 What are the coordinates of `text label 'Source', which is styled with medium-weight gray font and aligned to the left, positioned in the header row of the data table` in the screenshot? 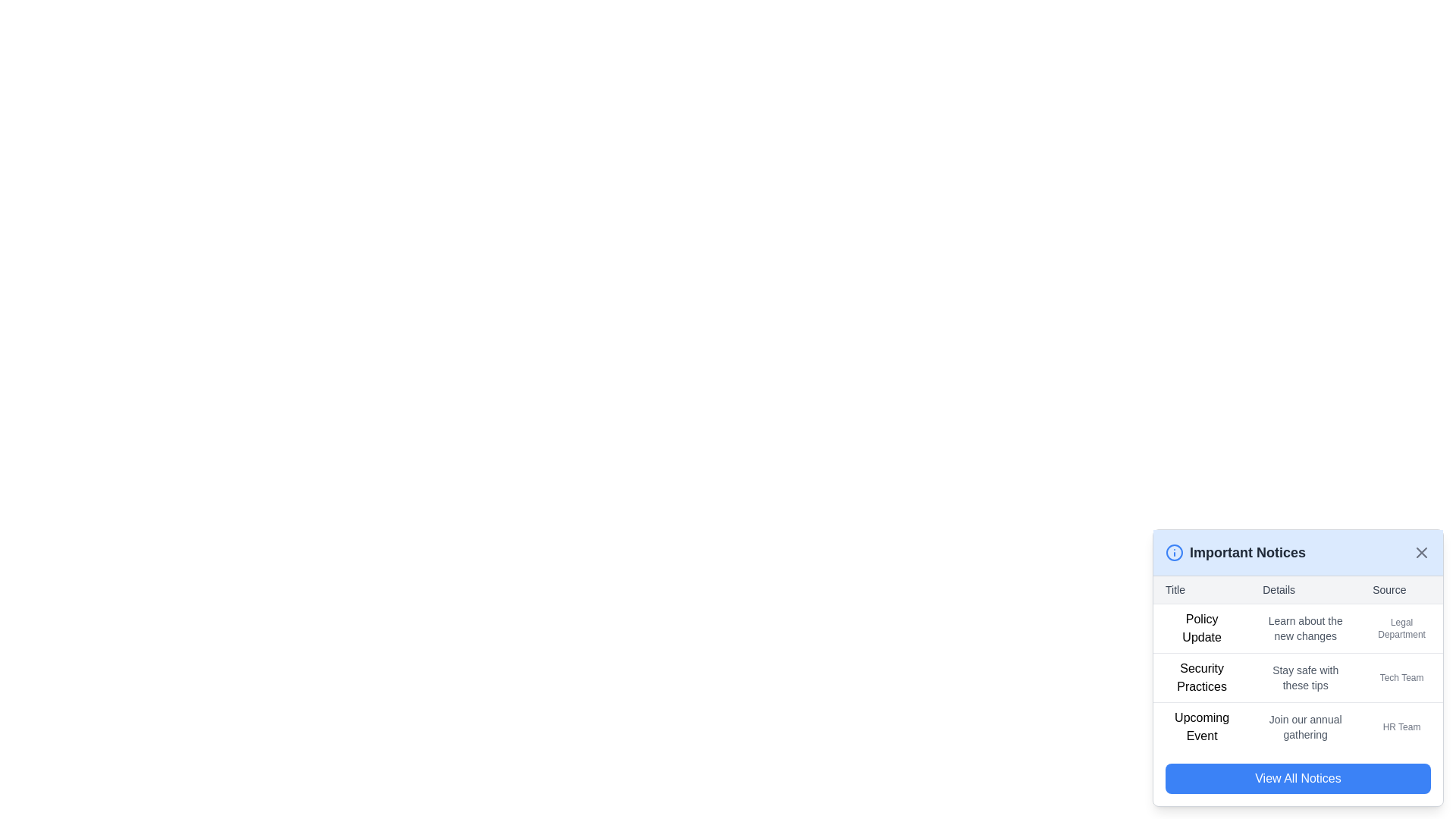 It's located at (1401, 589).